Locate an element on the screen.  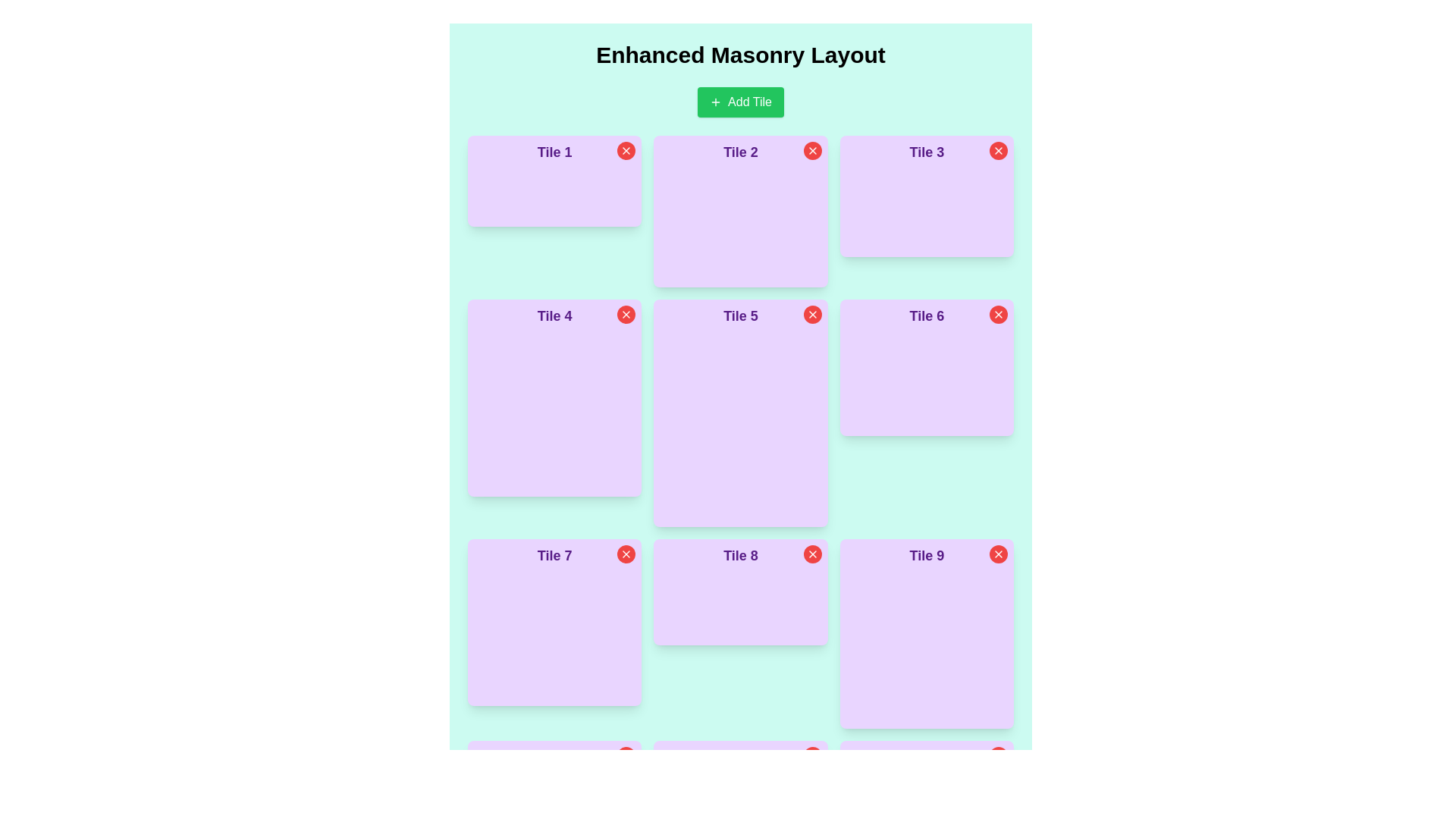
the sixth tile in the grid layout is located at coordinates (926, 368).